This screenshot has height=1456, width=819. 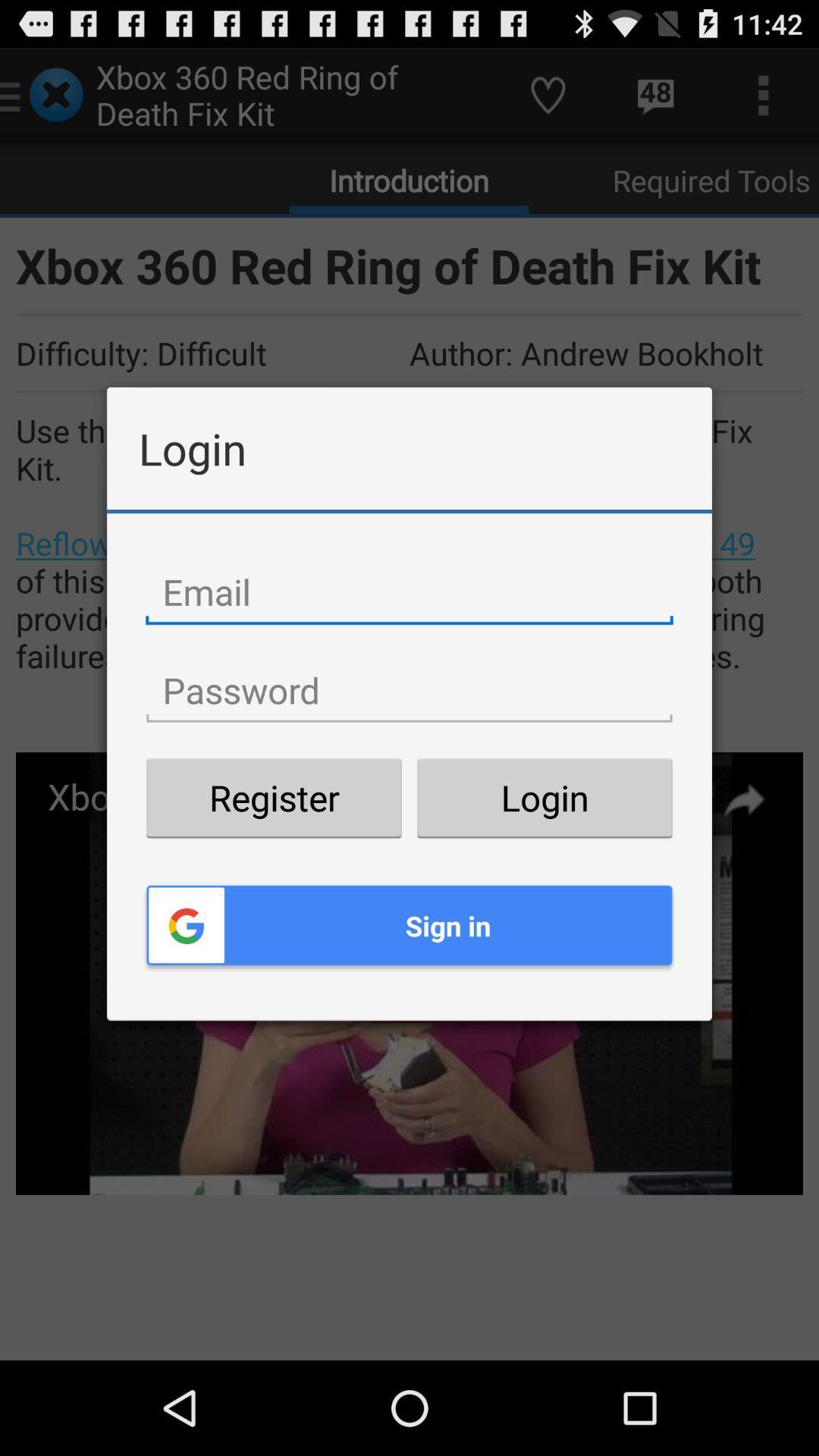 I want to click on item below register button, so click(x=409, y=924).